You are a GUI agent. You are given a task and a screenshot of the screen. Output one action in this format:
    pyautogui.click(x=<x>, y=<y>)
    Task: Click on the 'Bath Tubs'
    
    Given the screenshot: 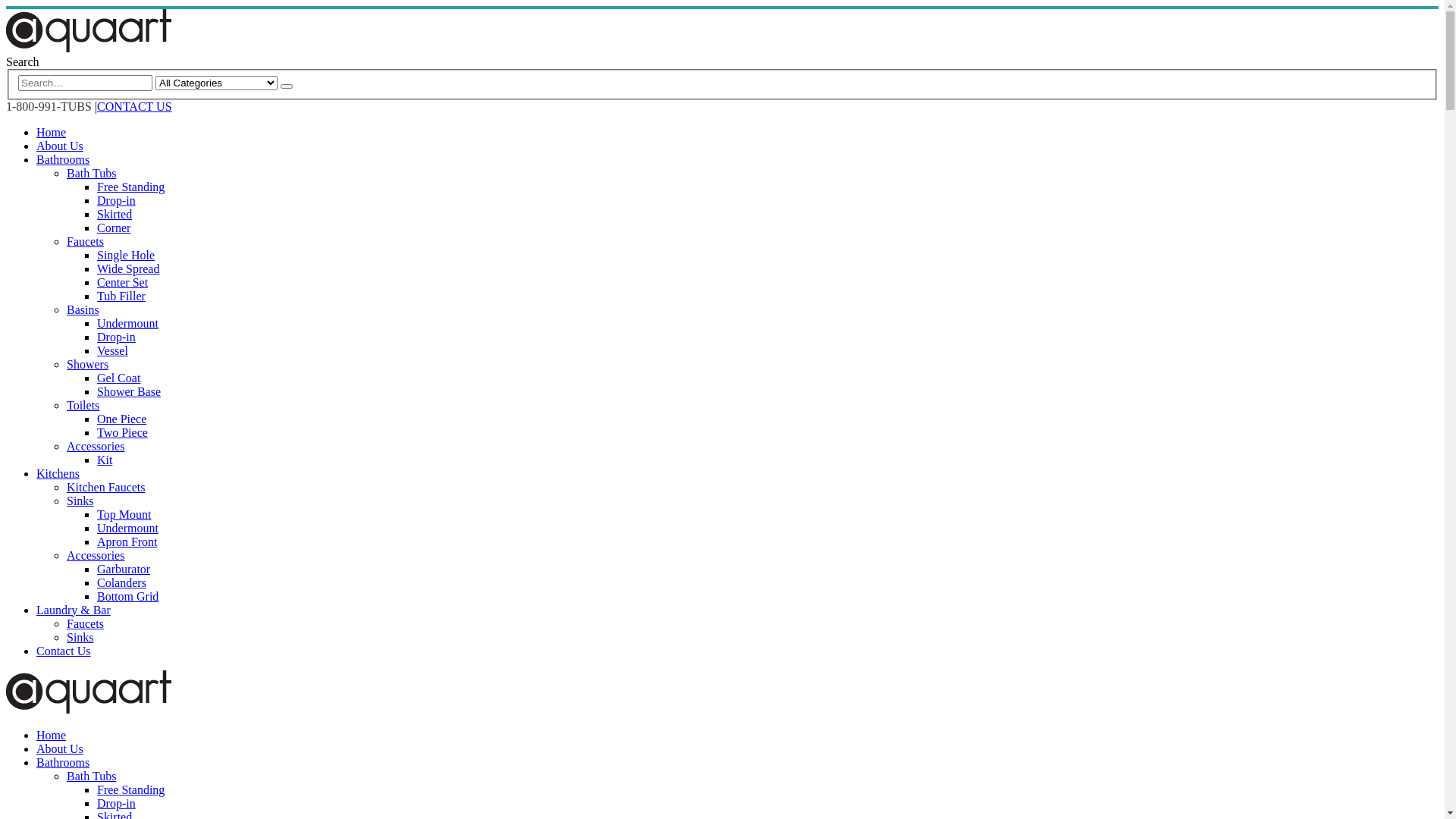 What is the action you would take?
    pyautogui.click(x=65, y=776)
    